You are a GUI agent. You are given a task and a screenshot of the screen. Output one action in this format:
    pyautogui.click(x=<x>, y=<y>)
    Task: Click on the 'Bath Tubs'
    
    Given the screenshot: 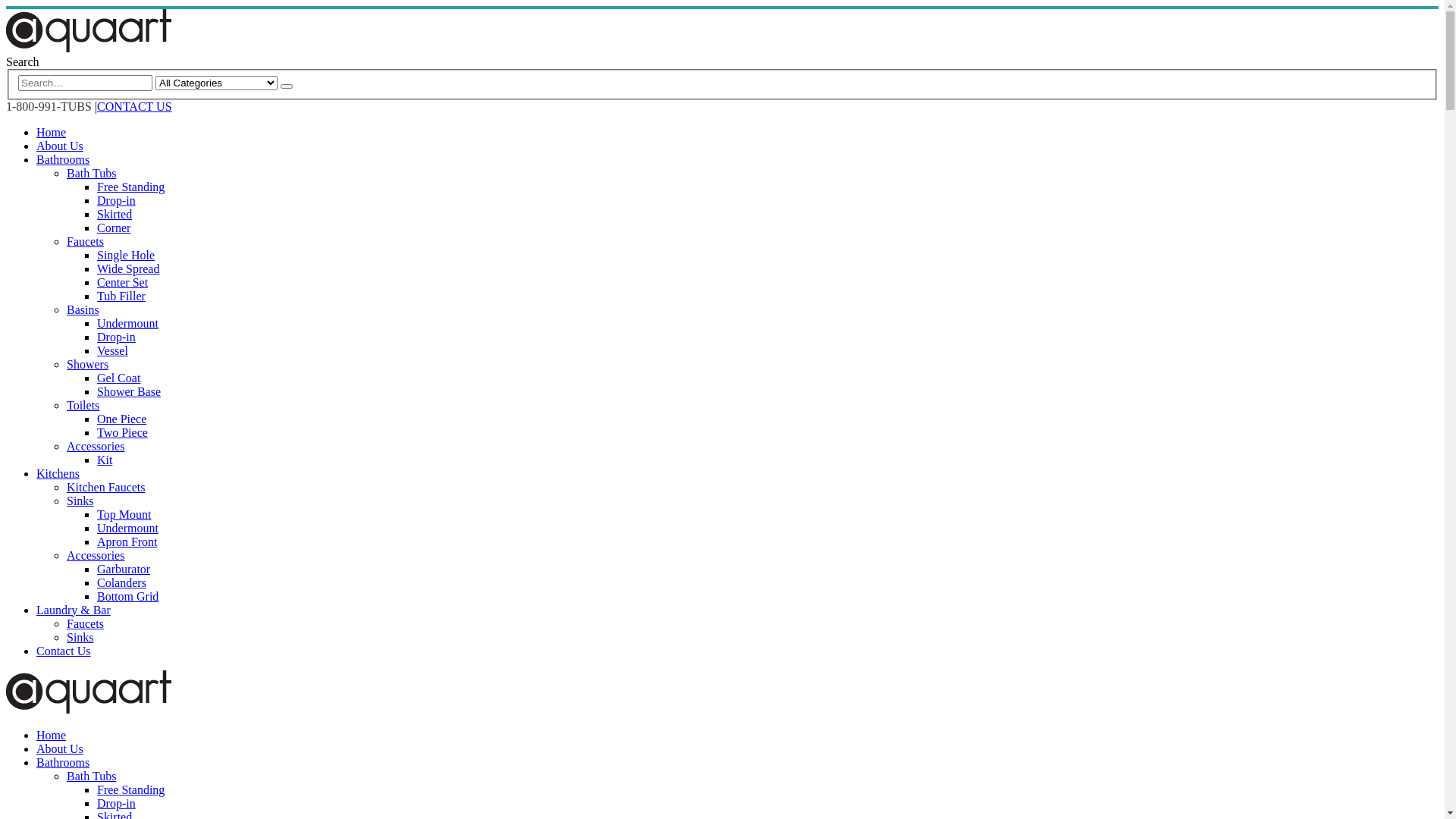 What is the action you would take?
    pyautogui.click(x=65, y=776)
    